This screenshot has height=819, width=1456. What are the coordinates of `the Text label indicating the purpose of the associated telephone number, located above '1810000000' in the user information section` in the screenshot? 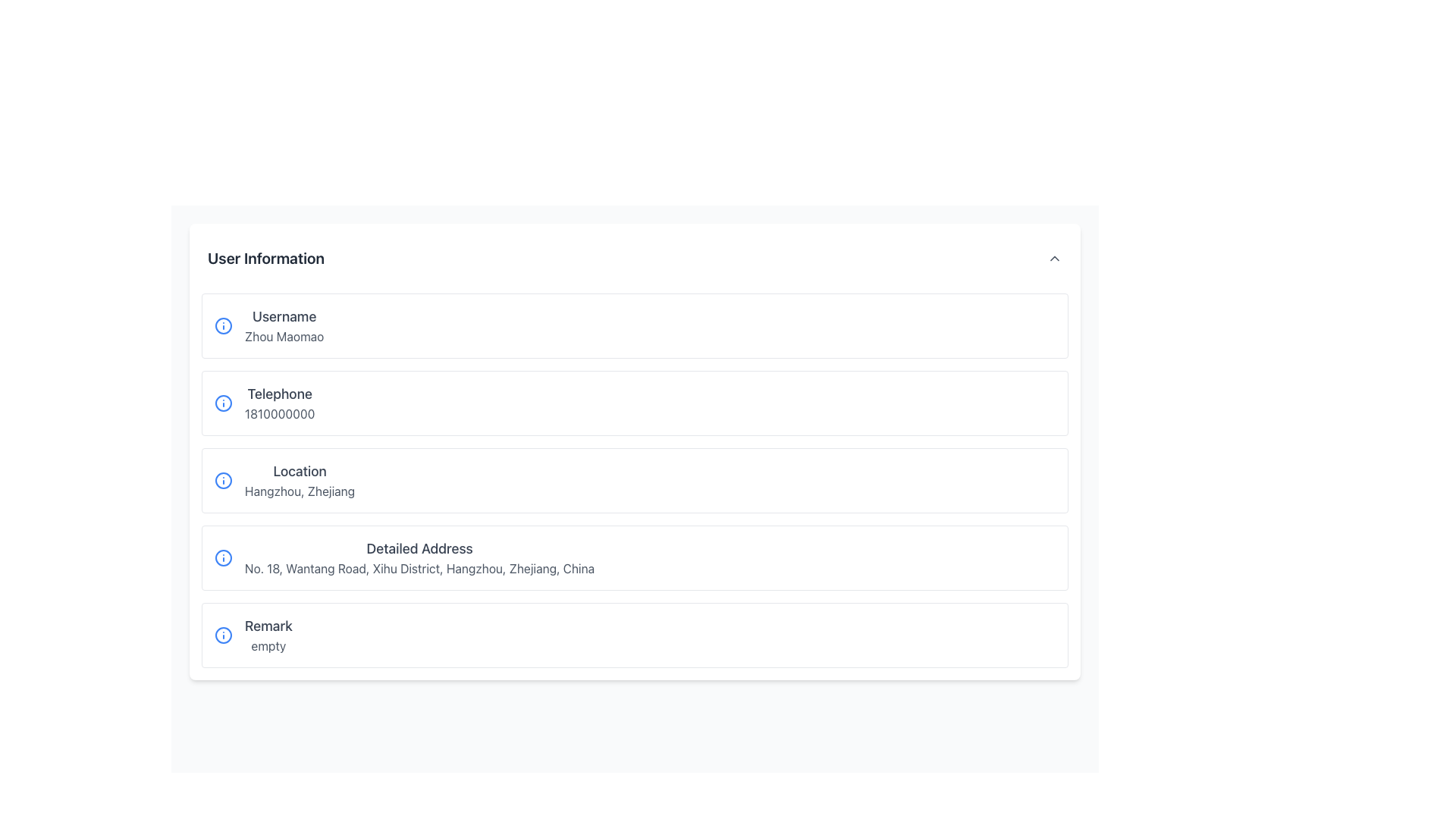 It's located at (280, 394).